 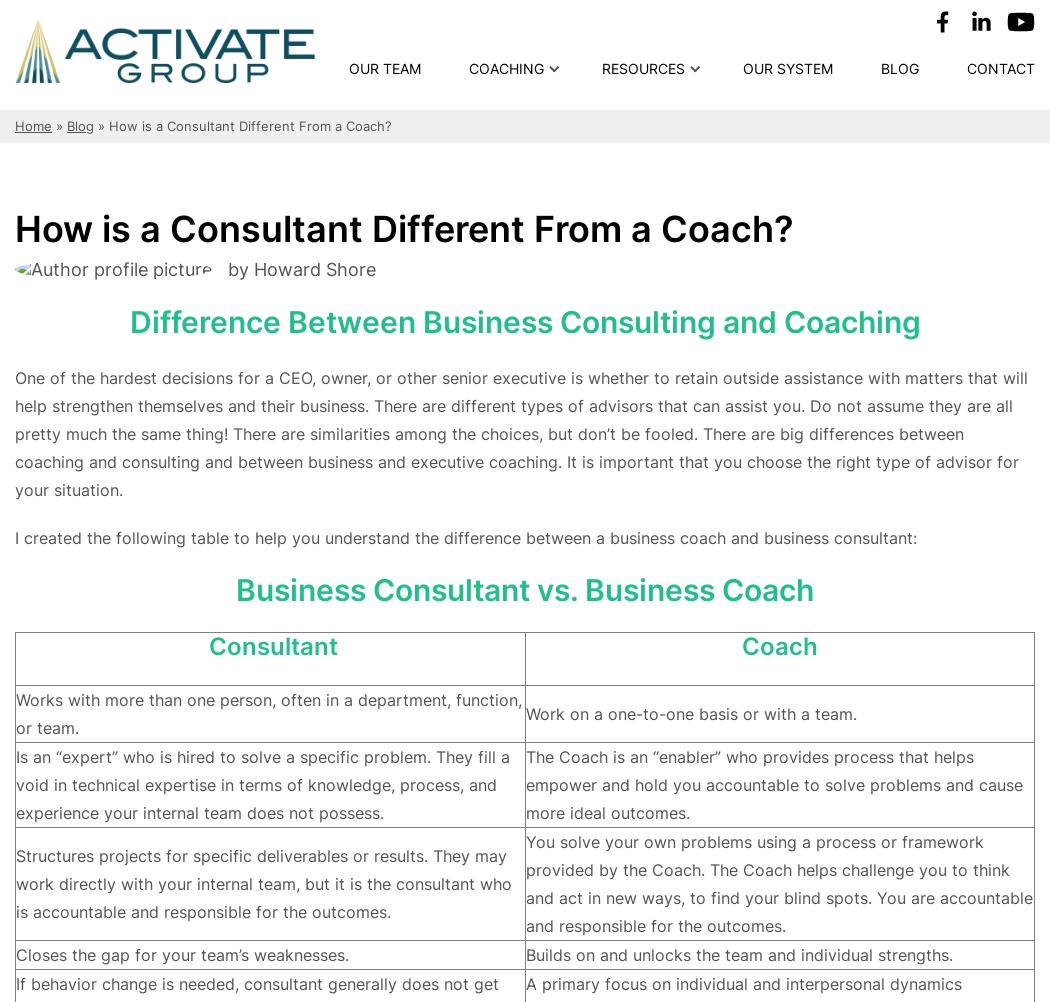 What do you see at coordinates (385, 68) in the screenshot?
I see `'Our Team'` at bounding box center [385, 68].